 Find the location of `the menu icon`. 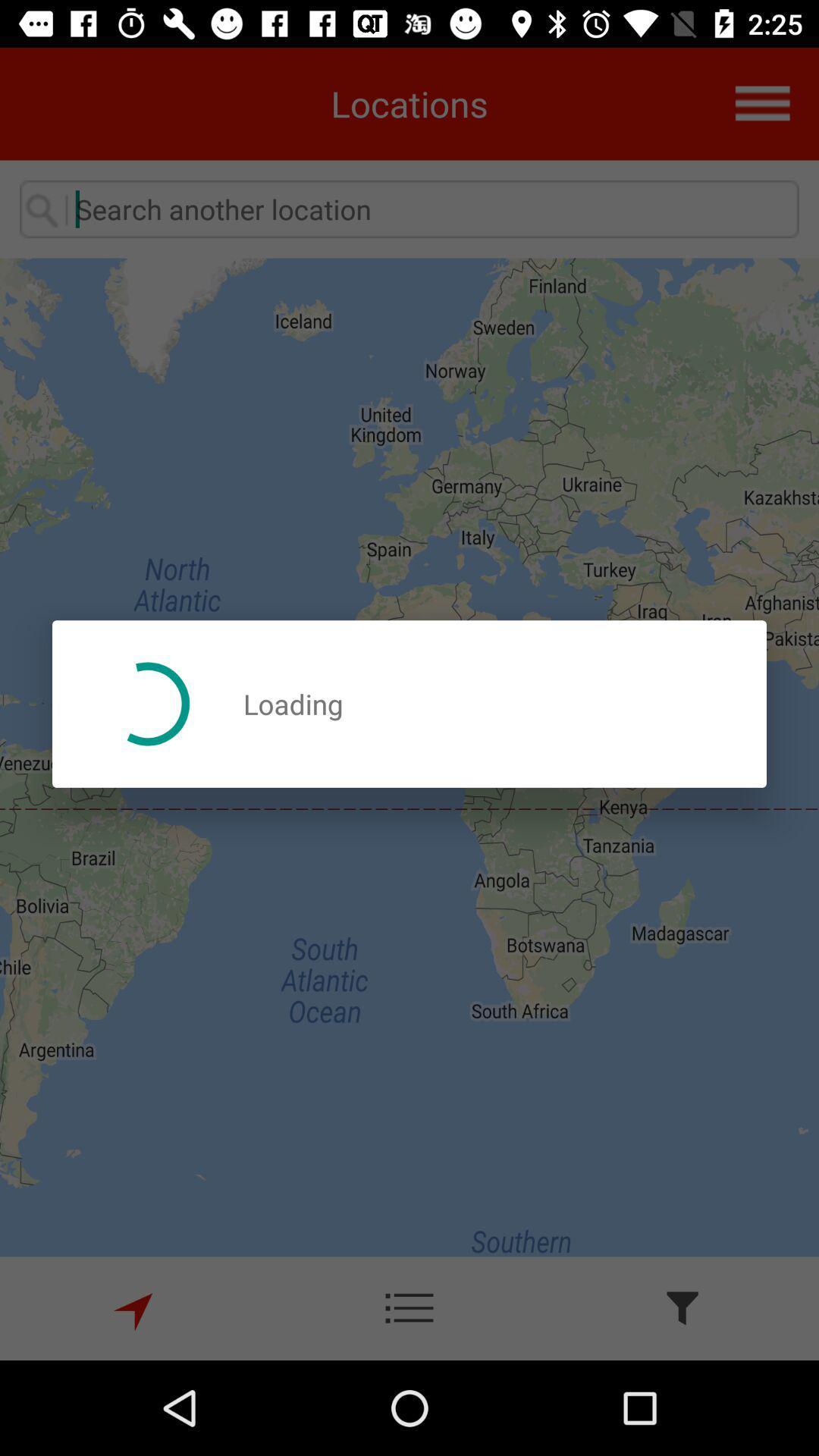

the menu icon is located at coordinates (772, 93).